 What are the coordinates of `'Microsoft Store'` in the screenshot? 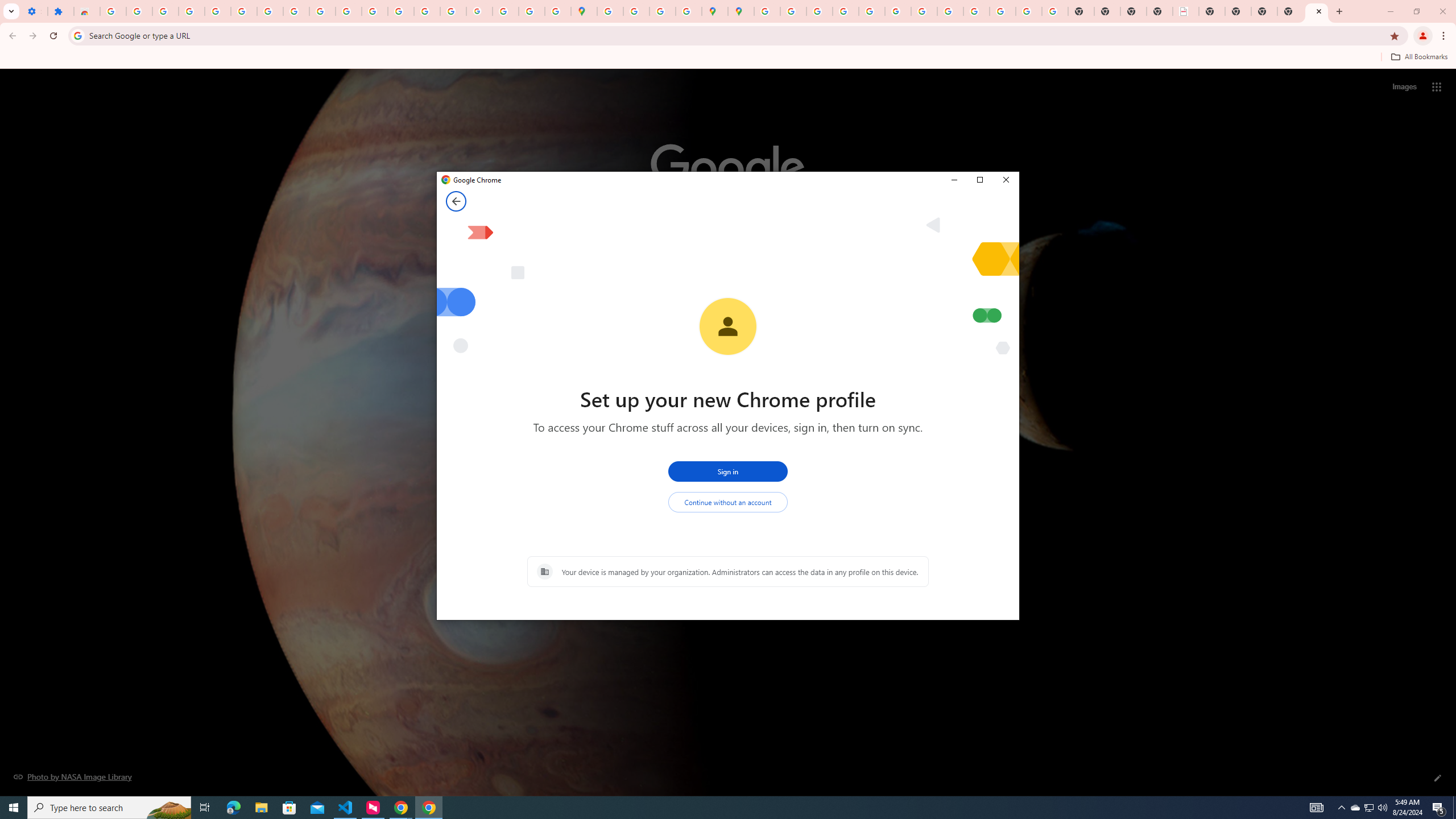 It's located at (289, 806).